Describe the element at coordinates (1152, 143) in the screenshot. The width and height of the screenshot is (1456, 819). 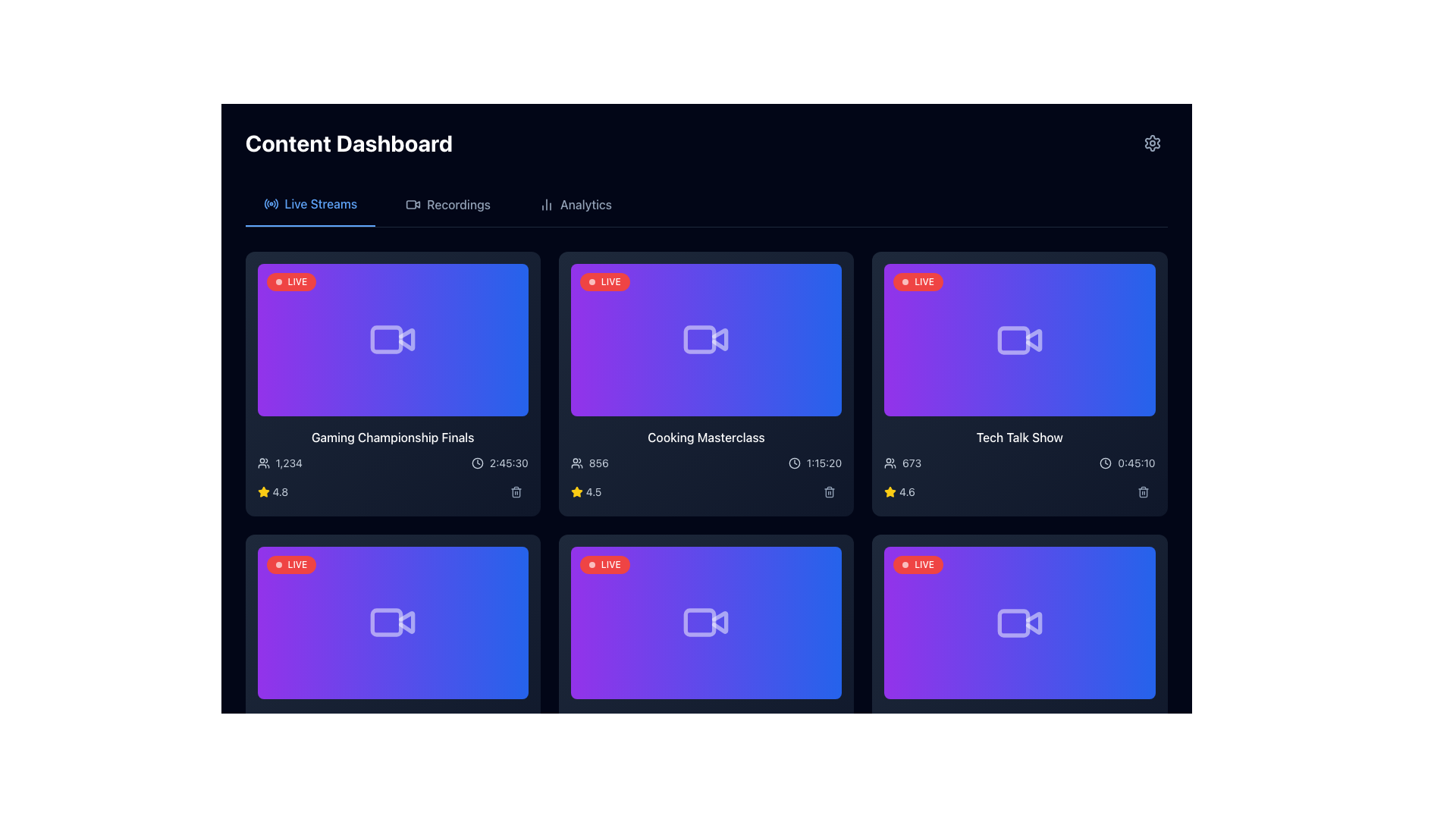
I see `the gear-shaped settings button located at the top-right corner of the interface, which changes color to white on hover` at that location.